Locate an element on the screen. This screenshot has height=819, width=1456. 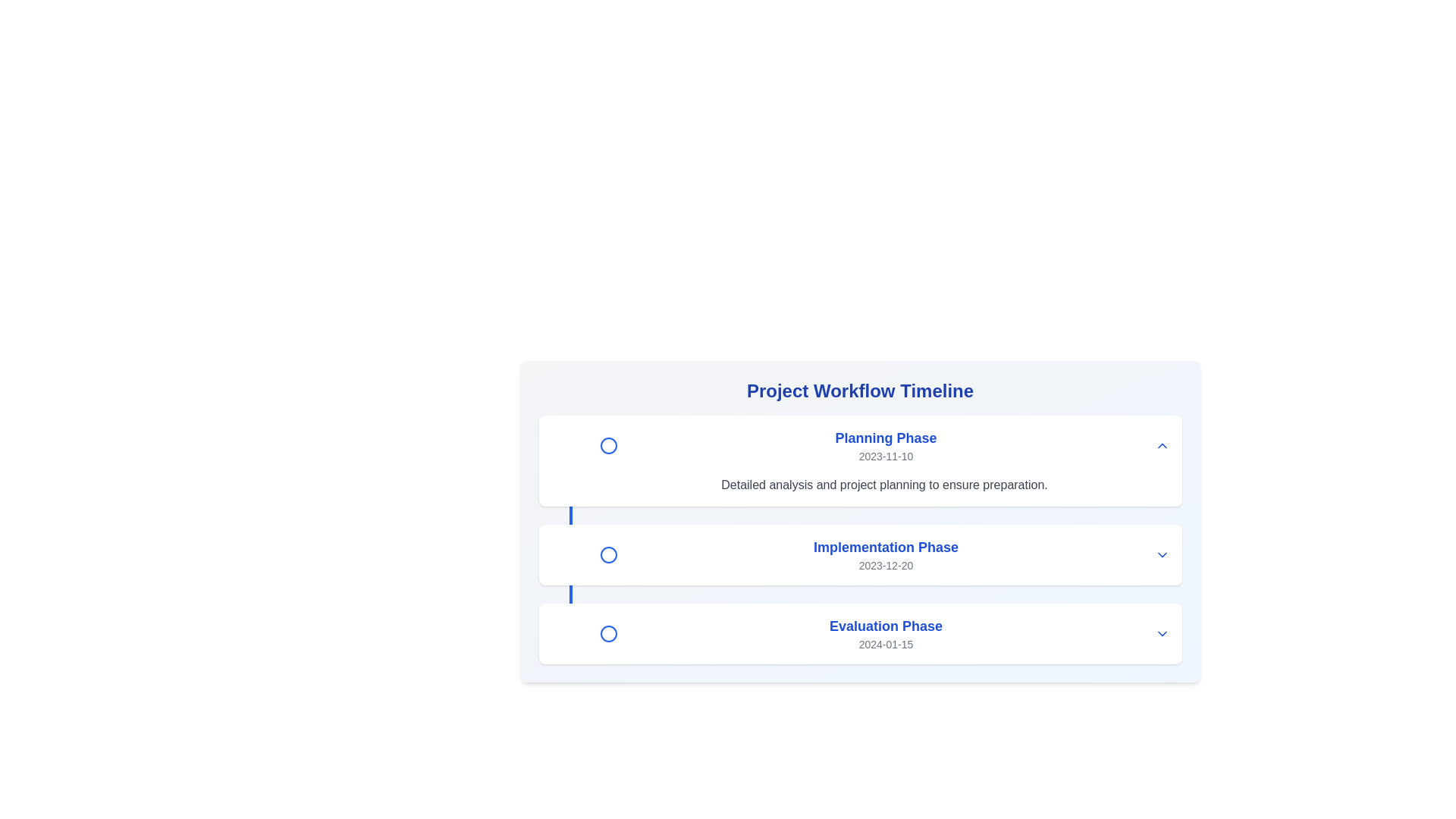
the decorative circle visual indicator marking the 'Evaluation Phase' in the Project Workflow Timeline is located at coordinates (608, 634).